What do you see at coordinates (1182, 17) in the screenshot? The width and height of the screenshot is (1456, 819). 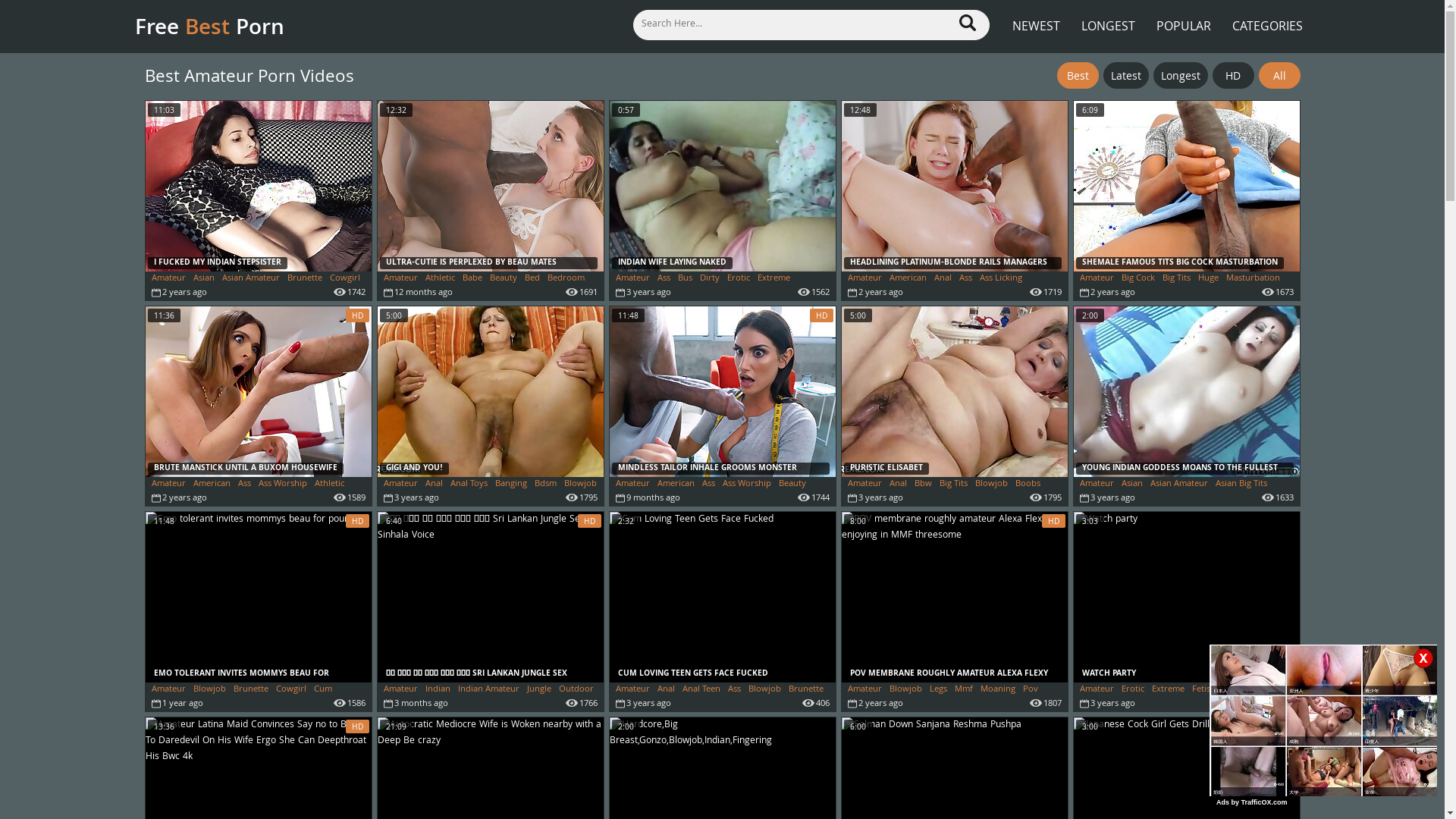 I see `'POPULAR'` at bounding box center [1182, 17].